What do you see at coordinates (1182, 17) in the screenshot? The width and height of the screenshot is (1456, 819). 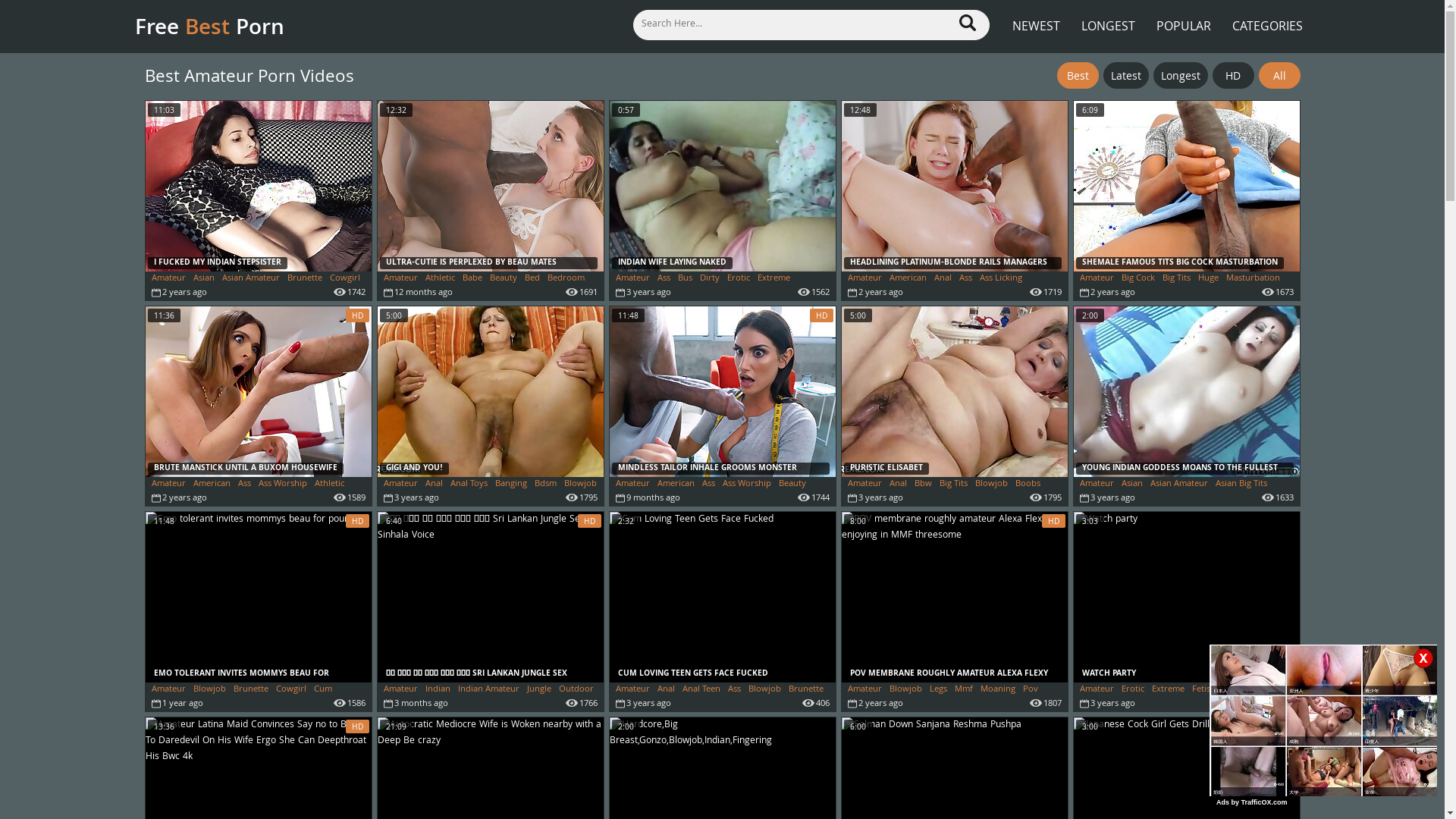 I see `'POPULAR'` at bounding box center [1182, 17].